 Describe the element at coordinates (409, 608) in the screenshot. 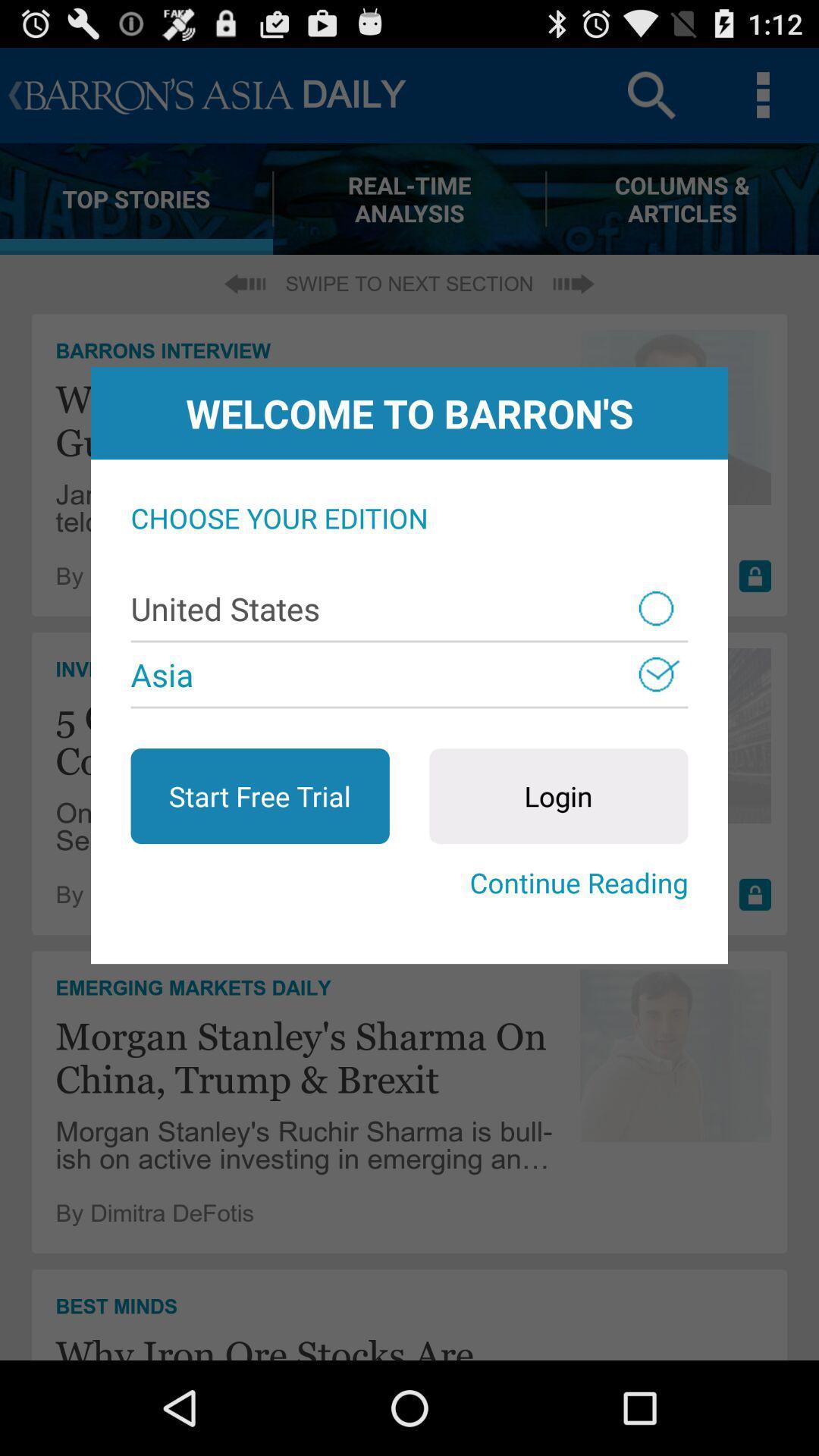

I see `item below the choose your edition app` at that location.